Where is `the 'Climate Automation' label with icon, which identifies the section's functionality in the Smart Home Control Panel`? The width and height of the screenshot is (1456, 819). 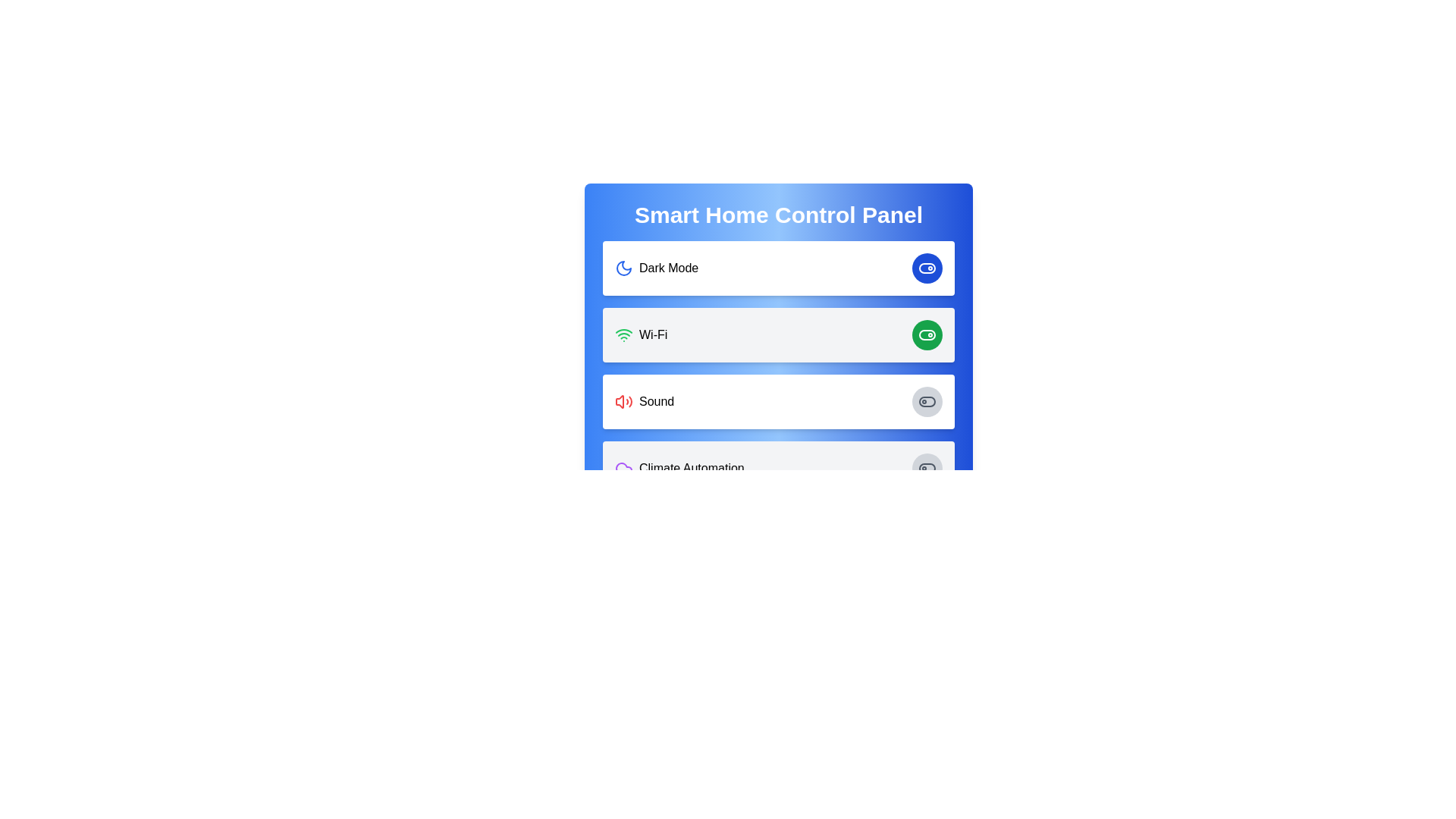 the 'Climate Automation' label with icon, which identifies the section's functionality in the Smart Home Control Panel is located at coordinates (679, 467).